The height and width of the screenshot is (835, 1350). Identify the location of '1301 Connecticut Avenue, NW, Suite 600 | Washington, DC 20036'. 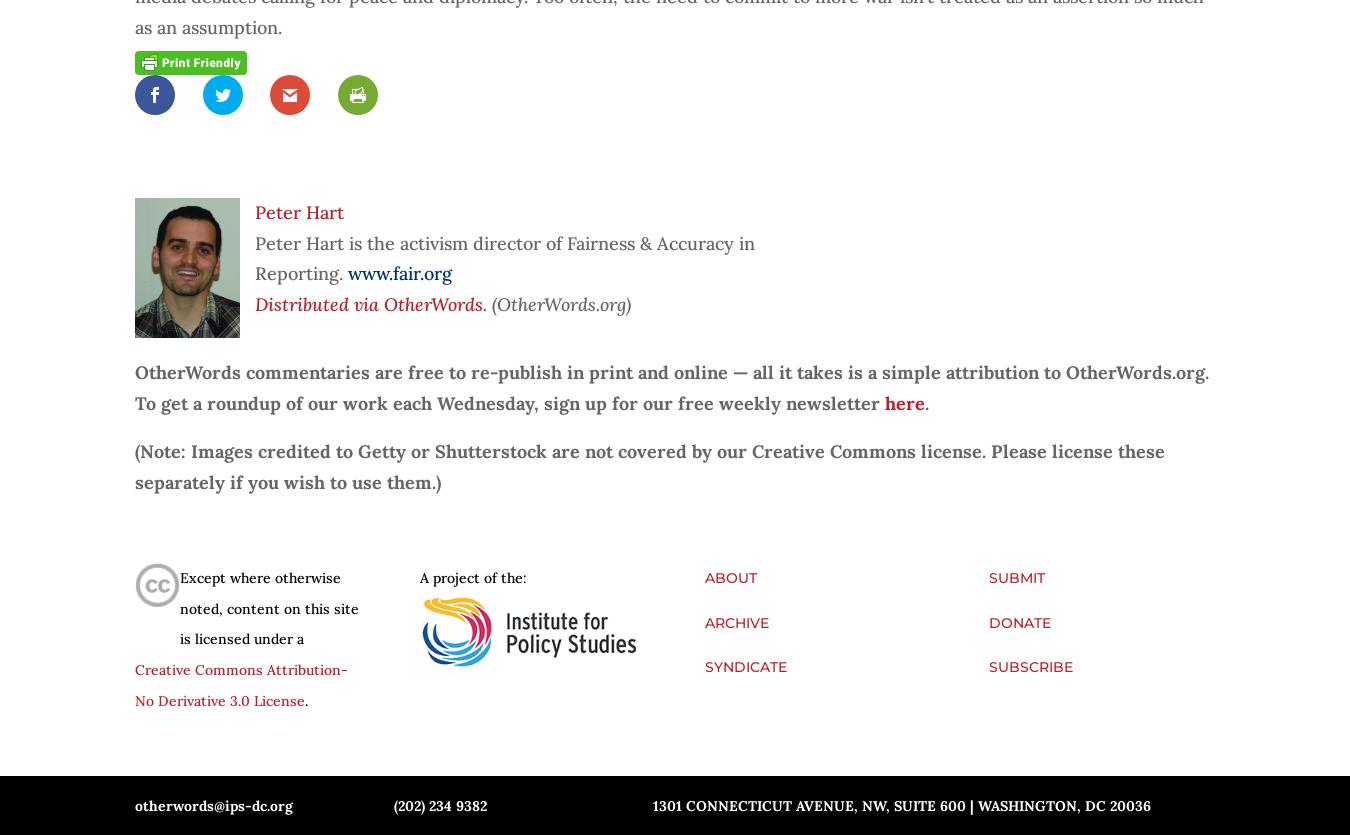
(900, 804).